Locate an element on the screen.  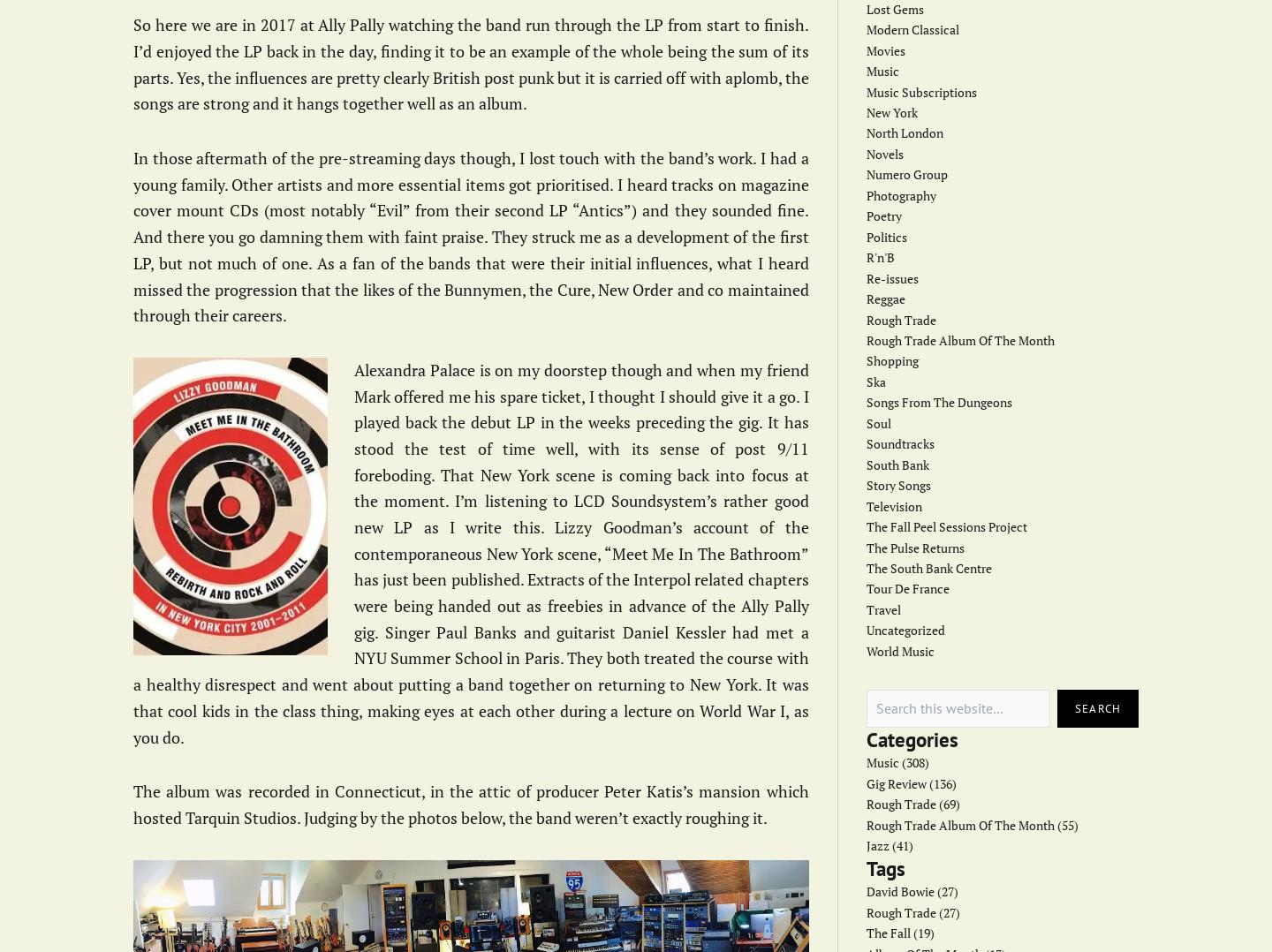
'Rough Trade Album Of The Month' is located at coordinates (958, 340).